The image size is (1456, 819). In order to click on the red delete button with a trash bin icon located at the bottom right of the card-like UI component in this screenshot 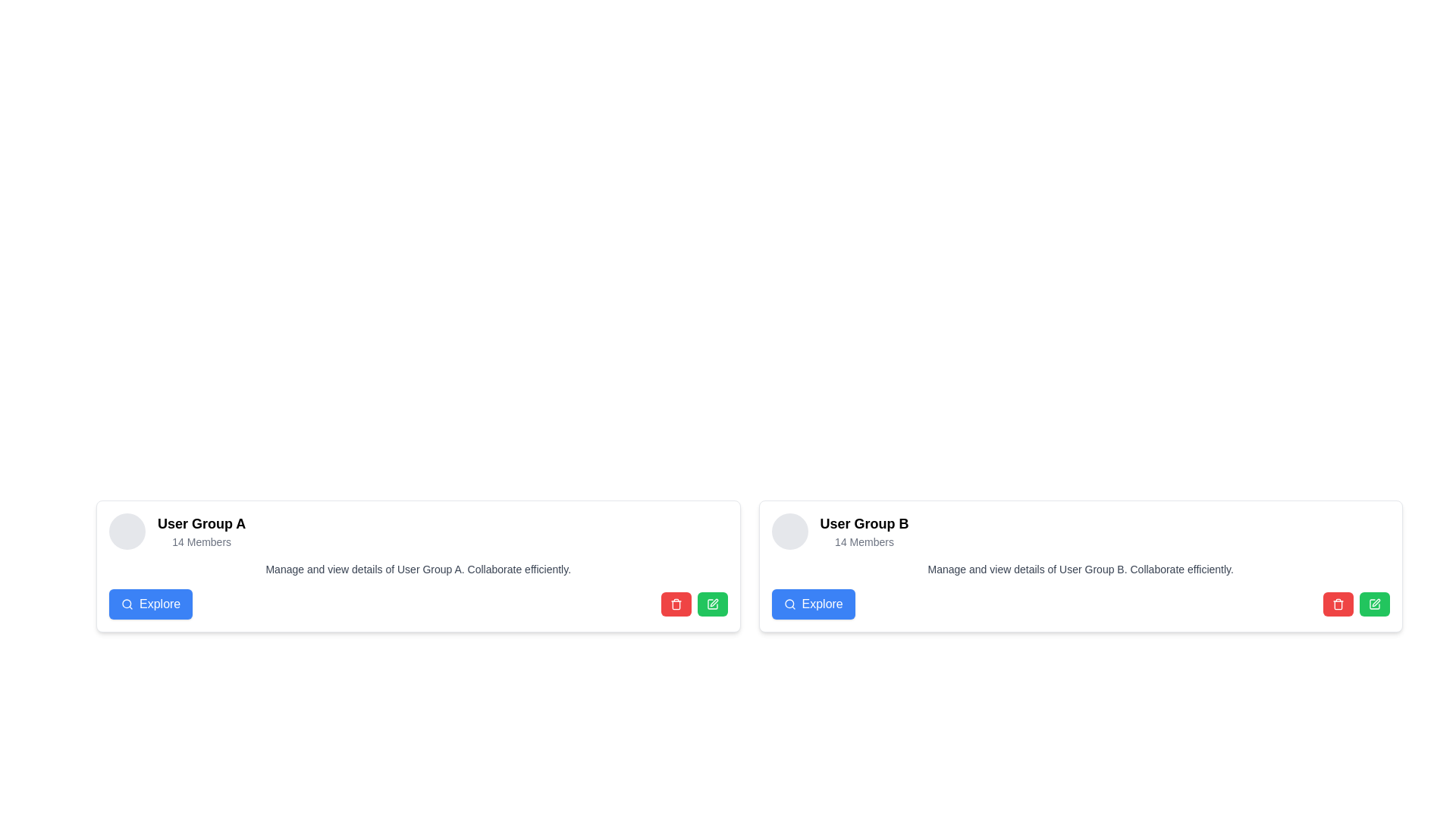, I will do `click(1338, 604)`.